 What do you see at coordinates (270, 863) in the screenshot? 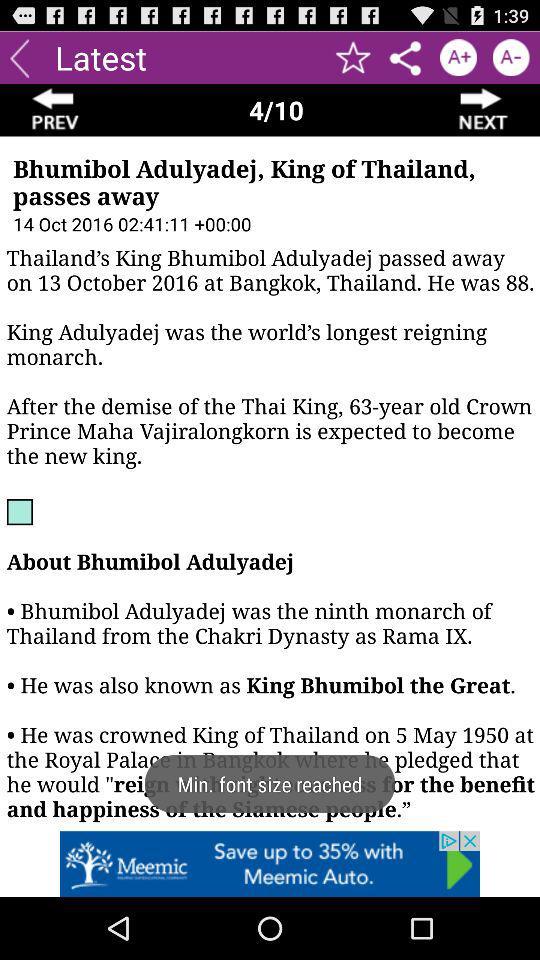
I see `open advert` at bounding box center [270, 863].